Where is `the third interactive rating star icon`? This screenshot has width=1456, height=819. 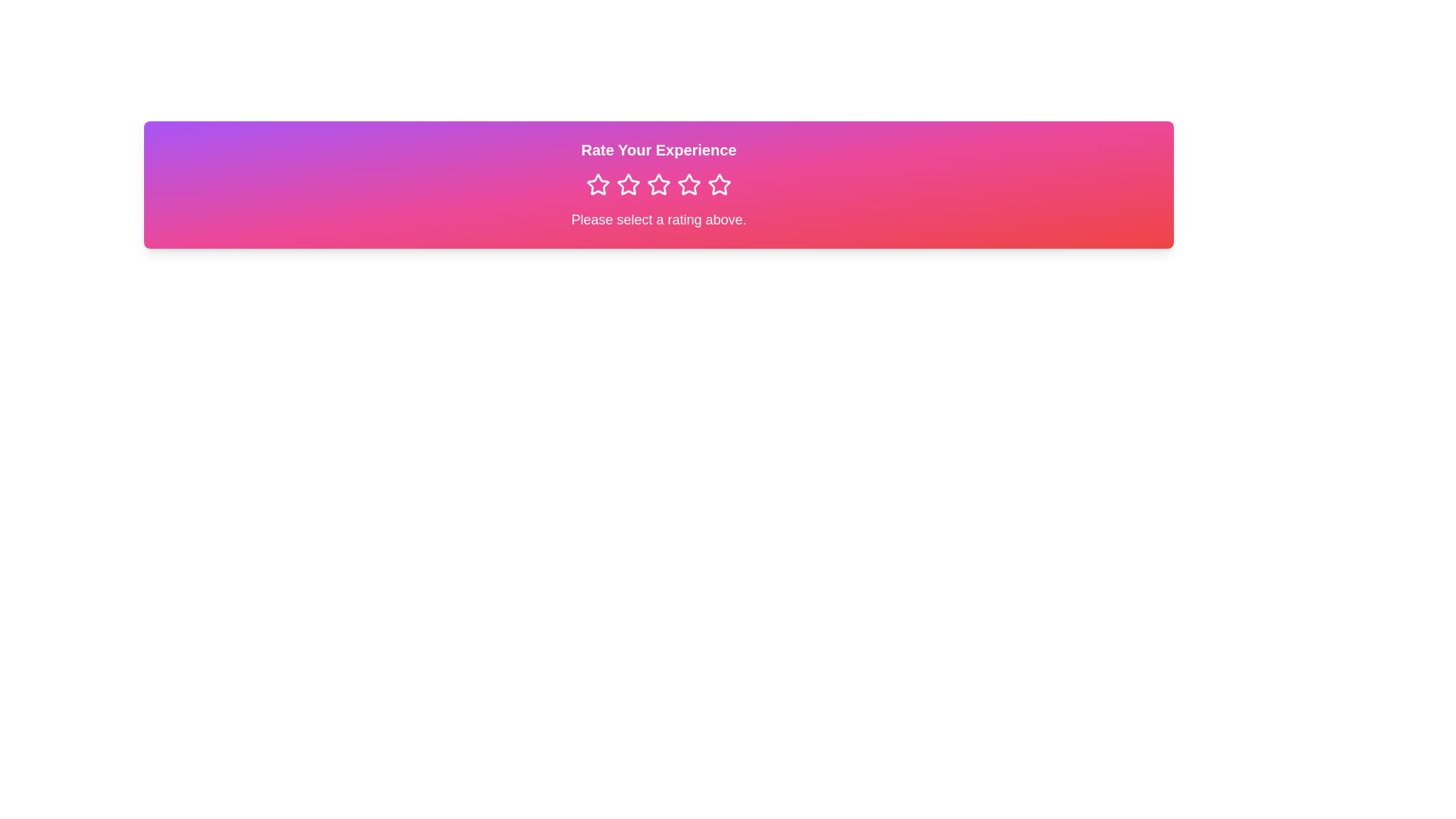 the third interactive rating star icon is located at coordinates (658, 184).